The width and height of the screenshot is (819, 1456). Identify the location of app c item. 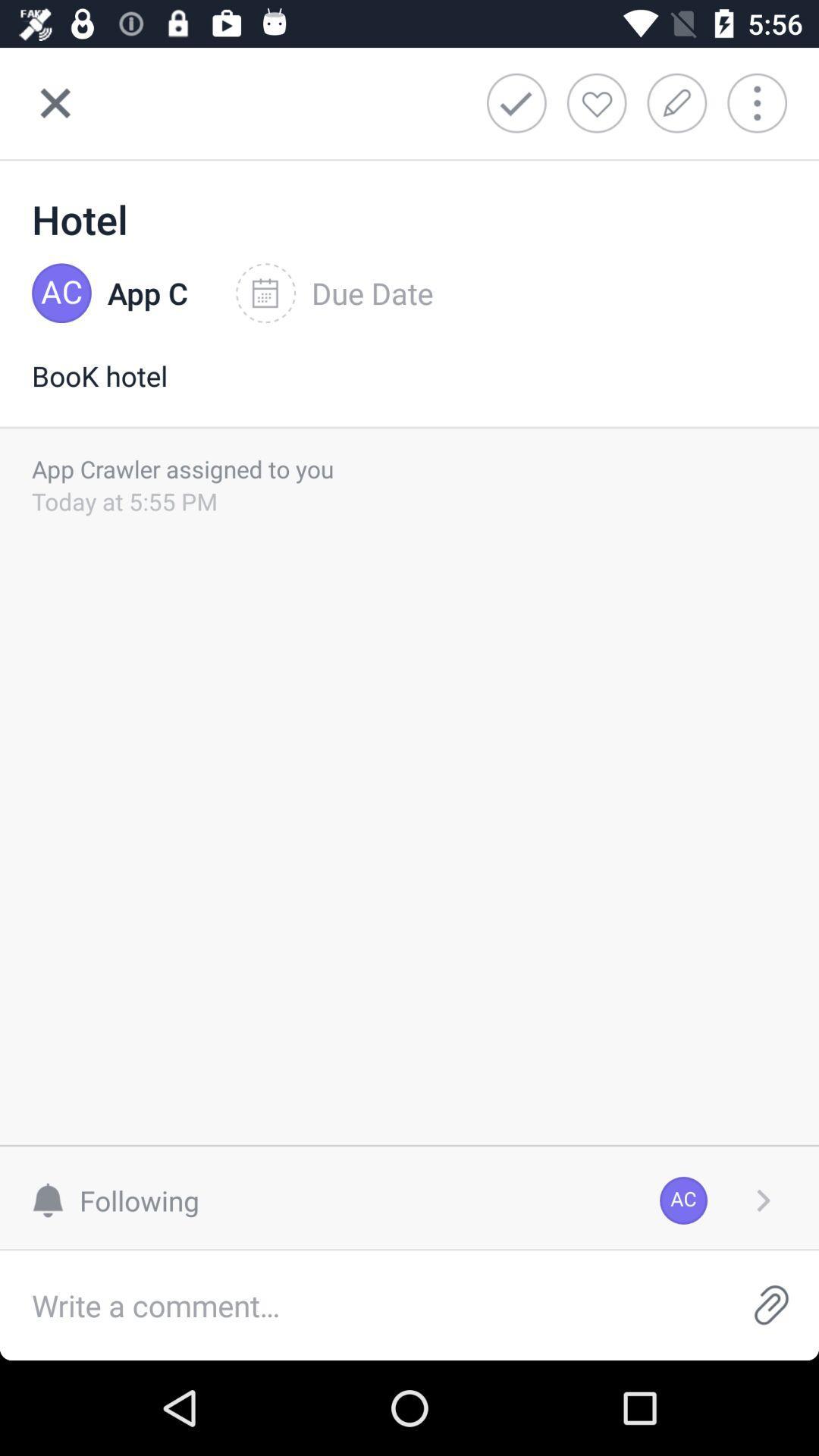
(148, 293).